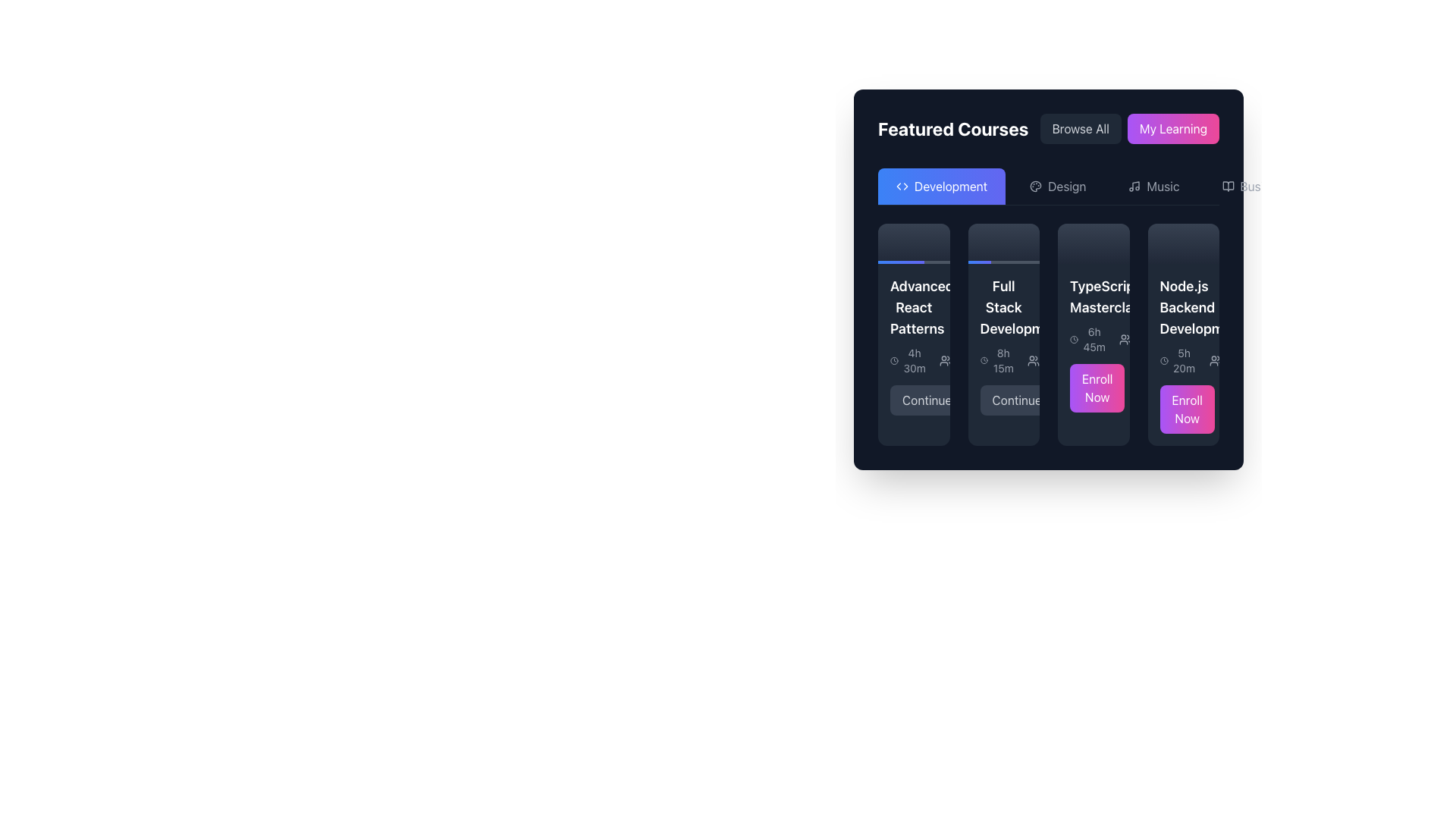 The width and height of the screenshot is (1456, 819). What do you see at coordinates (1047, 127) in the screenshot?
I see `the 'Browse All' button, which is part of the Composite UI element containing the heading 'Featured Courses'. This button is styled in dark grey with white text and is located on the right side of the element` at bounding box center [1047, 127].